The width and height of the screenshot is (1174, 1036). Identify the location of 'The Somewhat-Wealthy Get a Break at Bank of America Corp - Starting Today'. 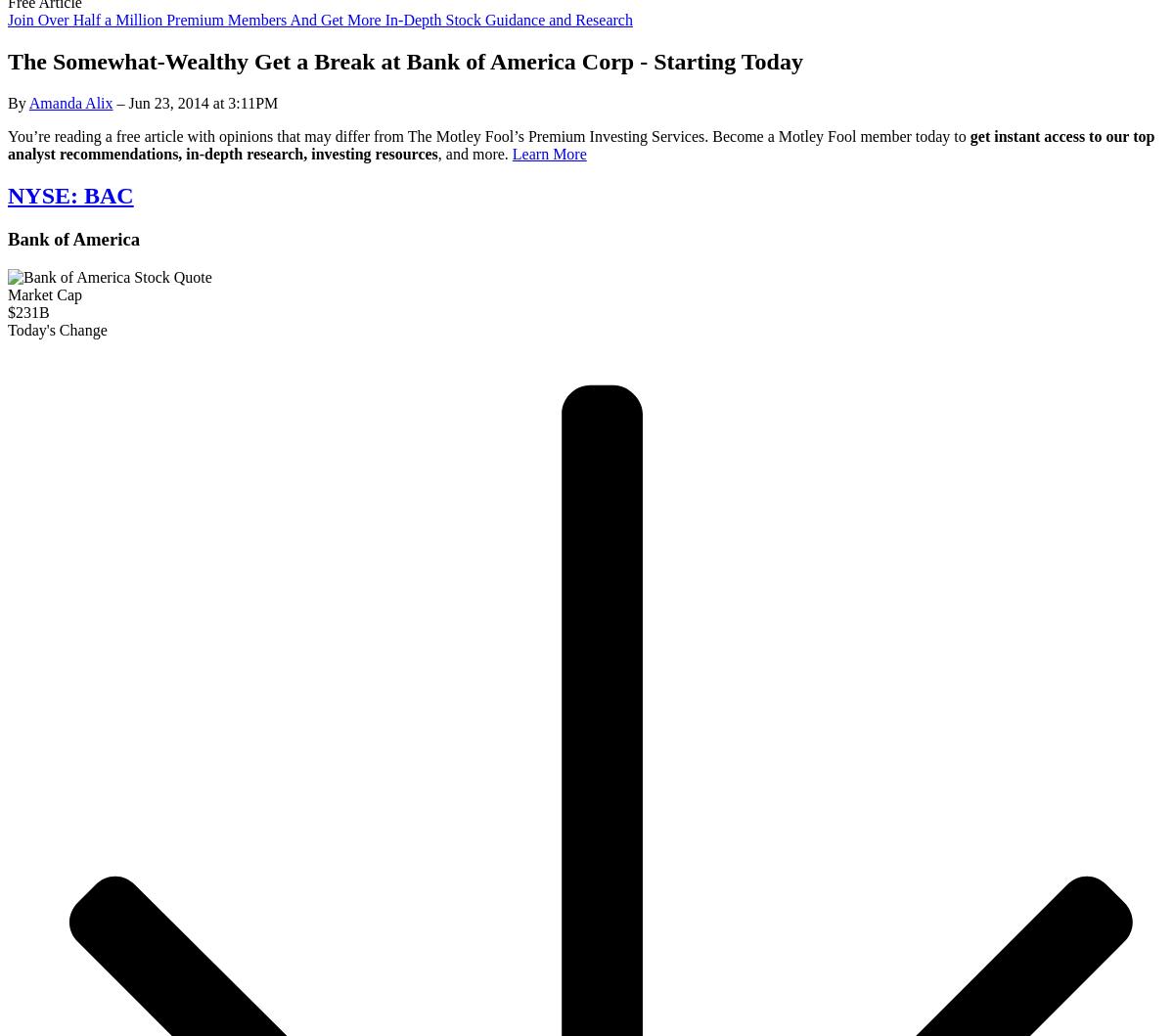
(404, 62).